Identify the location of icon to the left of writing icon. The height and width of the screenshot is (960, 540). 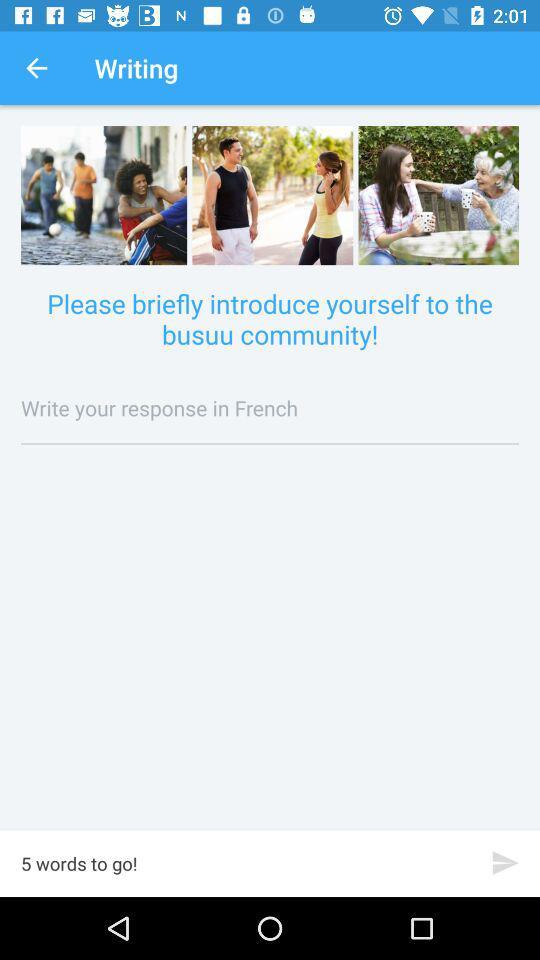
(36, 68).